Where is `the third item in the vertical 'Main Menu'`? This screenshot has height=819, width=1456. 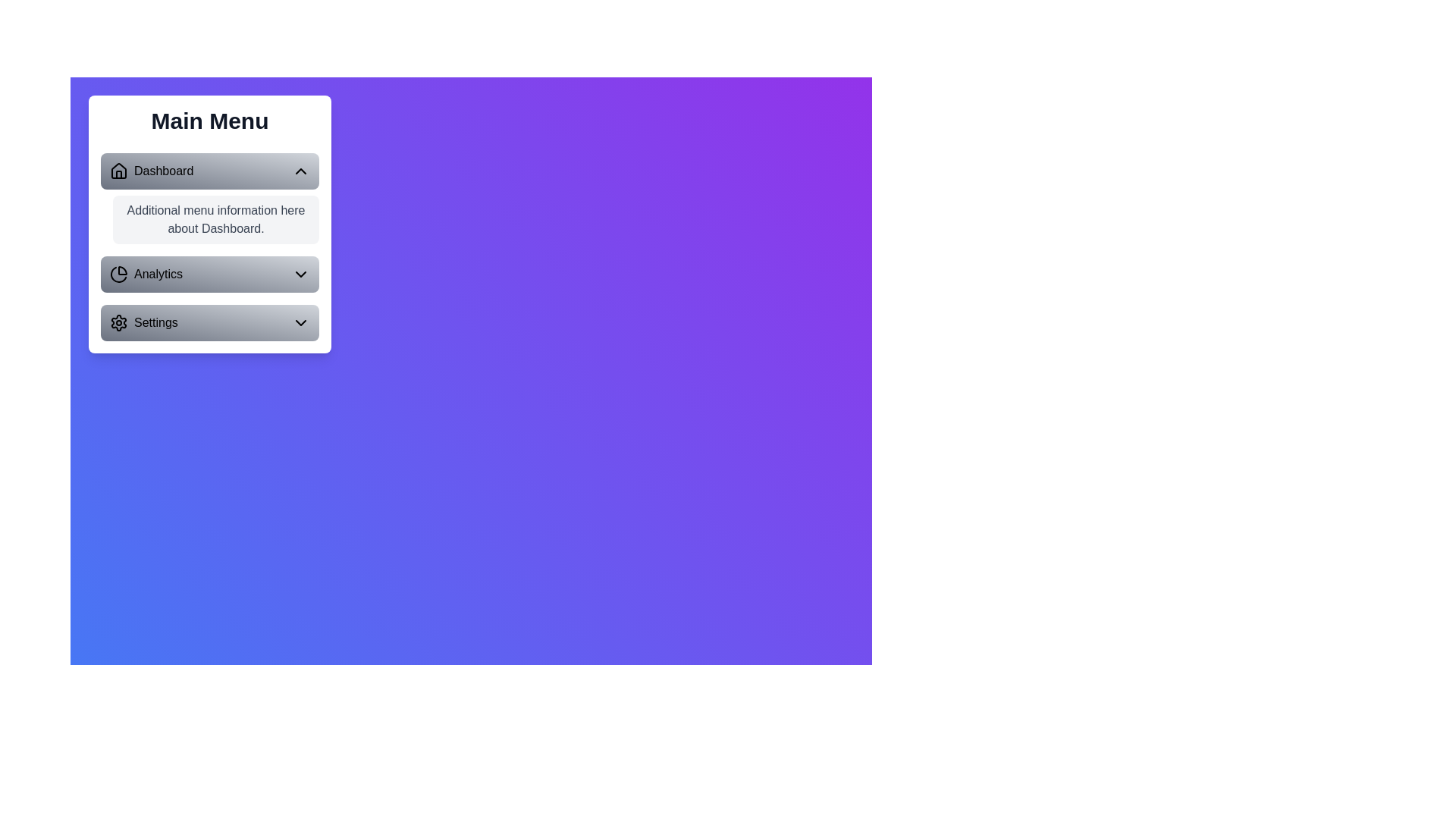
the third item in the vertical 'Main Menu' is located at coordinates (209, 322).